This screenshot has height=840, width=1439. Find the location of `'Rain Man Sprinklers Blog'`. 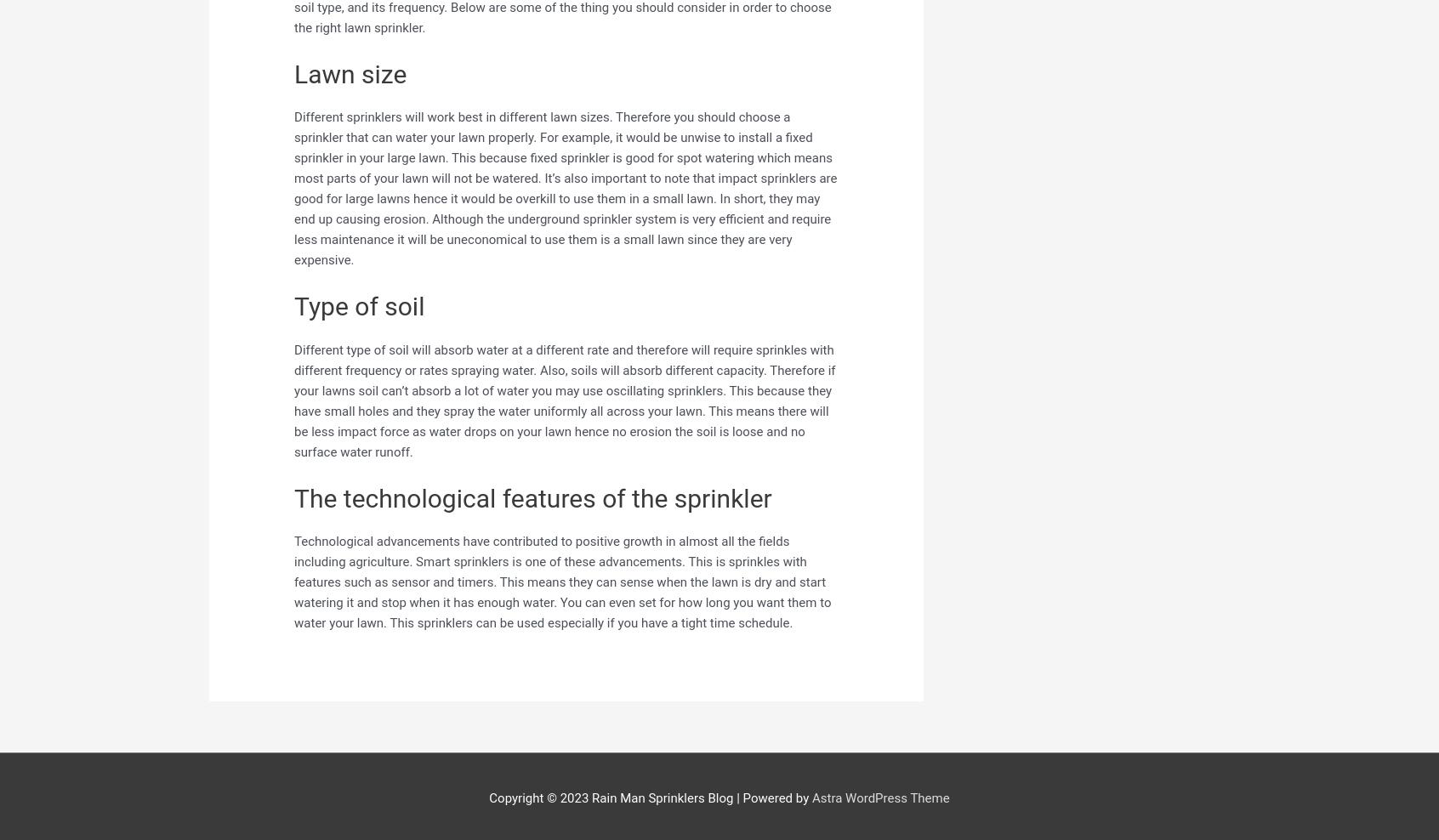

'Rain Man Sprinklers Blog' is located at coordinates (662, 797).